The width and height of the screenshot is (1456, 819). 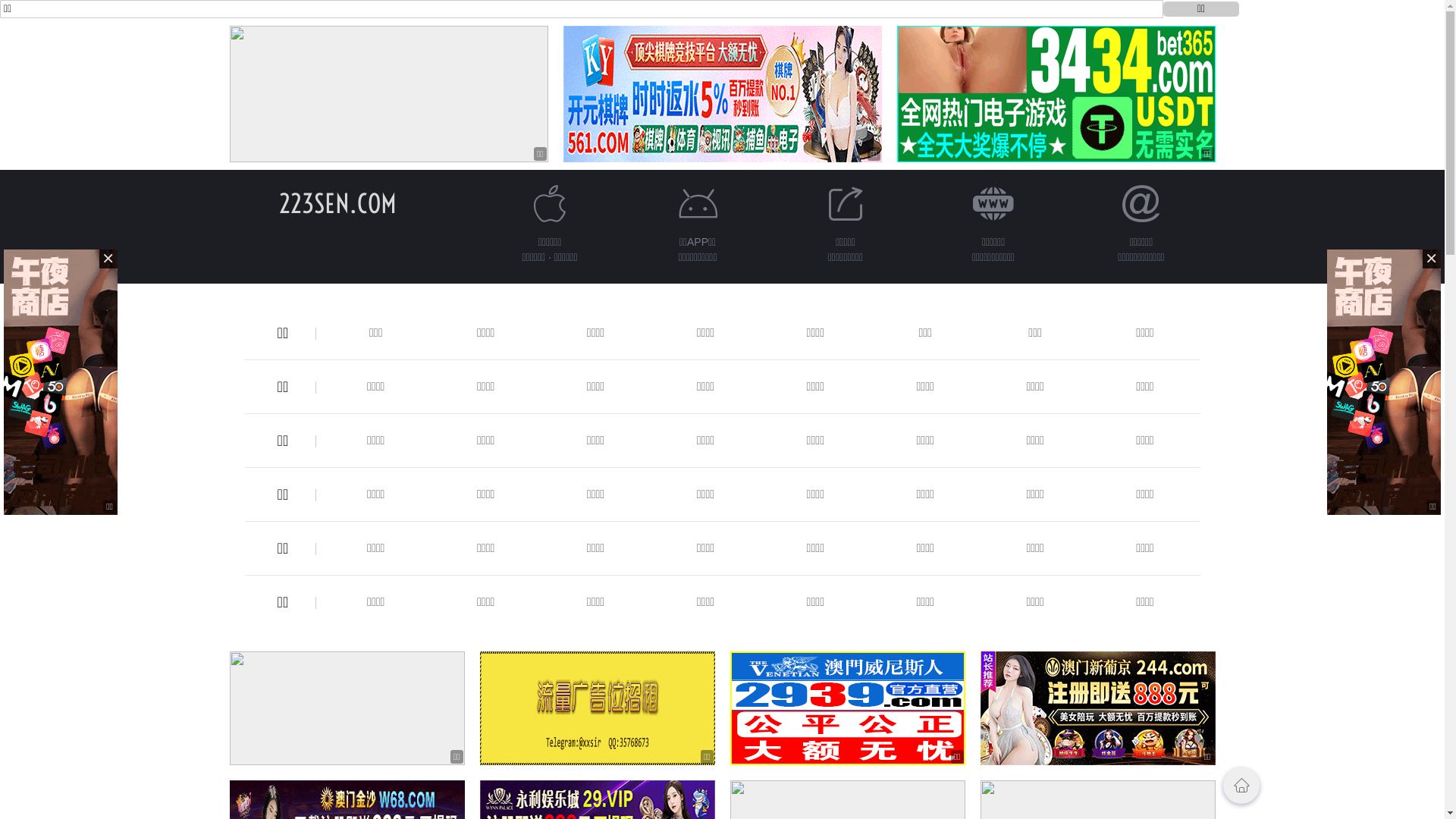 I want to click on '223SEN.COM', so click(x=337, y=202).